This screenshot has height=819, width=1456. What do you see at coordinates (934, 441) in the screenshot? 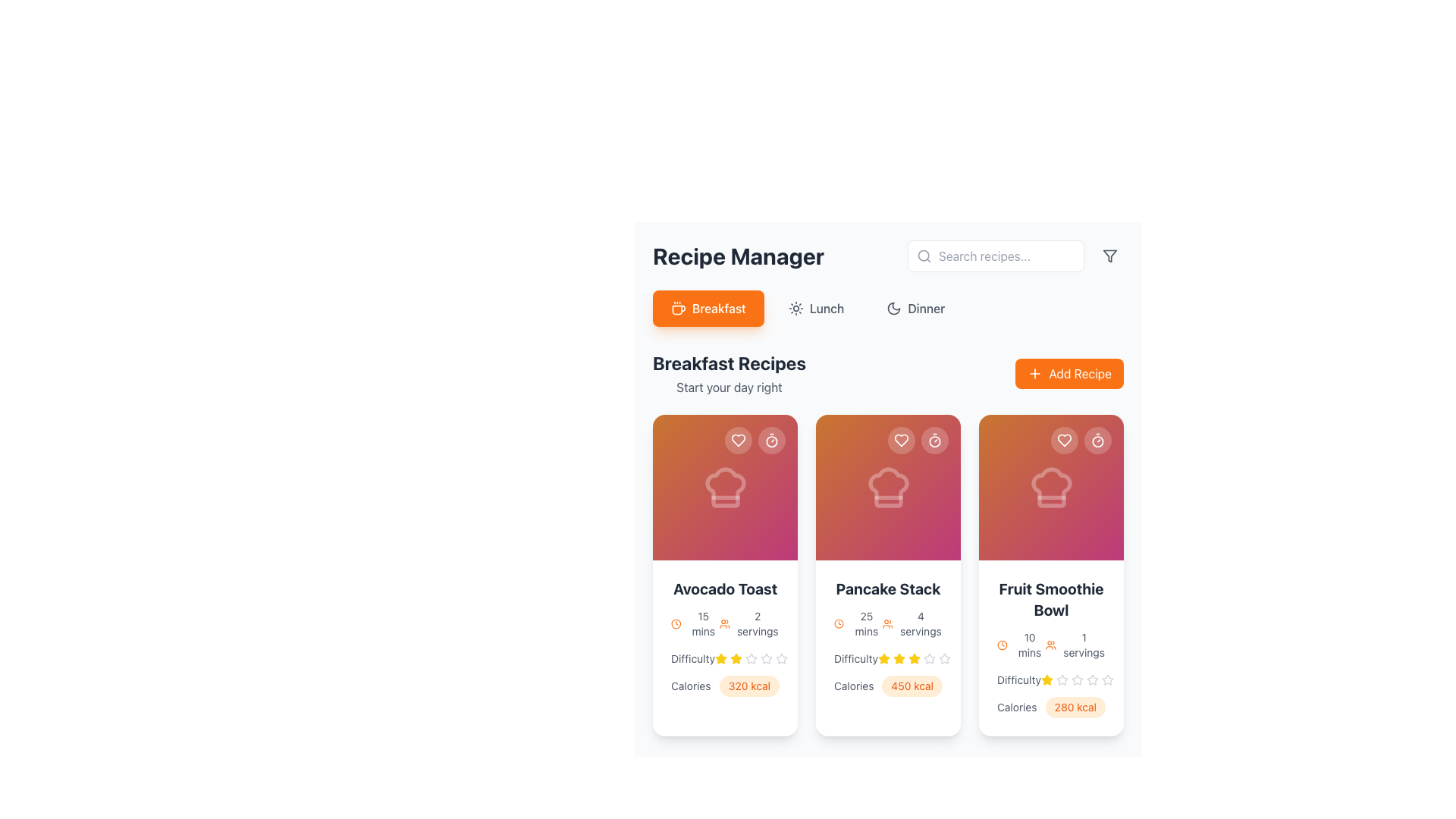
I see `the timer icon within the circular button located at the top-right corner of the 'Pancake Stack' recipe card in the 'Breakfast Recipes' section` at bounding box center [934, 441].